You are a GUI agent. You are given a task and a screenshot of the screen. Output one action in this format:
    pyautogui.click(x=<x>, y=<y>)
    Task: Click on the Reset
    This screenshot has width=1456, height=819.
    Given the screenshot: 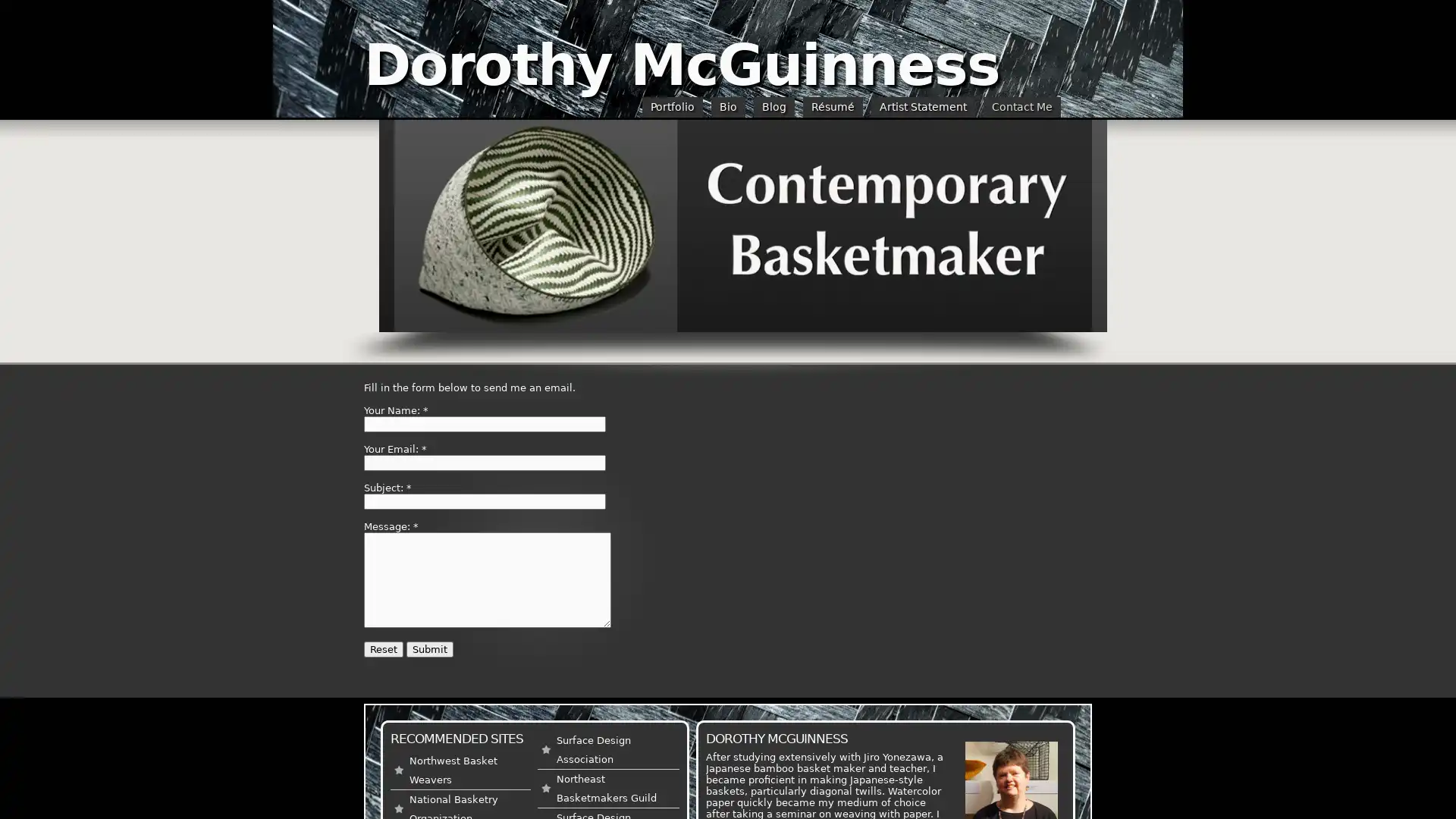 What is the action you would take?
    pyautogui.click(x=383, y=648)
    